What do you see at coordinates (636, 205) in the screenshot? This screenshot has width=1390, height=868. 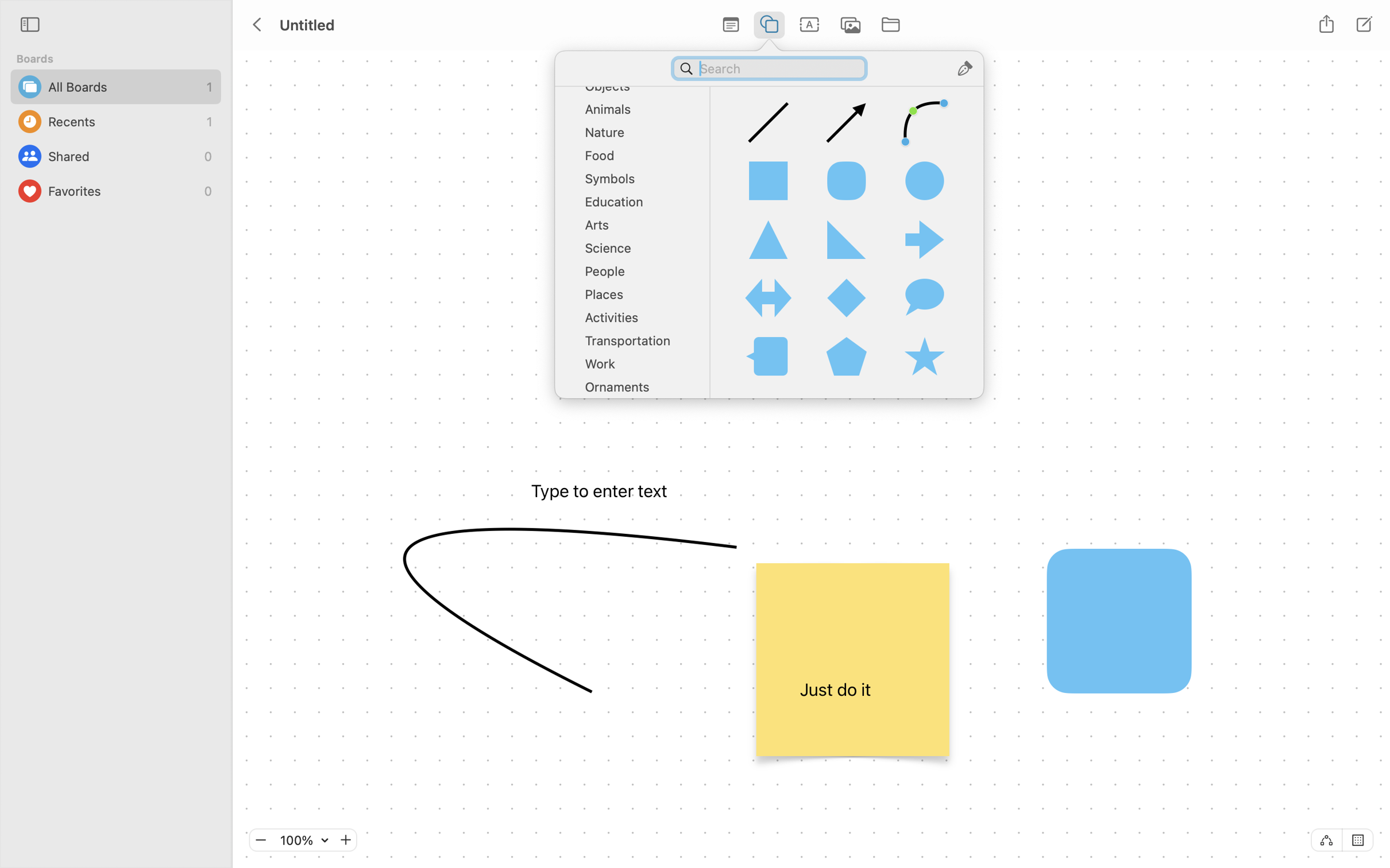 I see `'Education'` at bounding box center [636, 205].